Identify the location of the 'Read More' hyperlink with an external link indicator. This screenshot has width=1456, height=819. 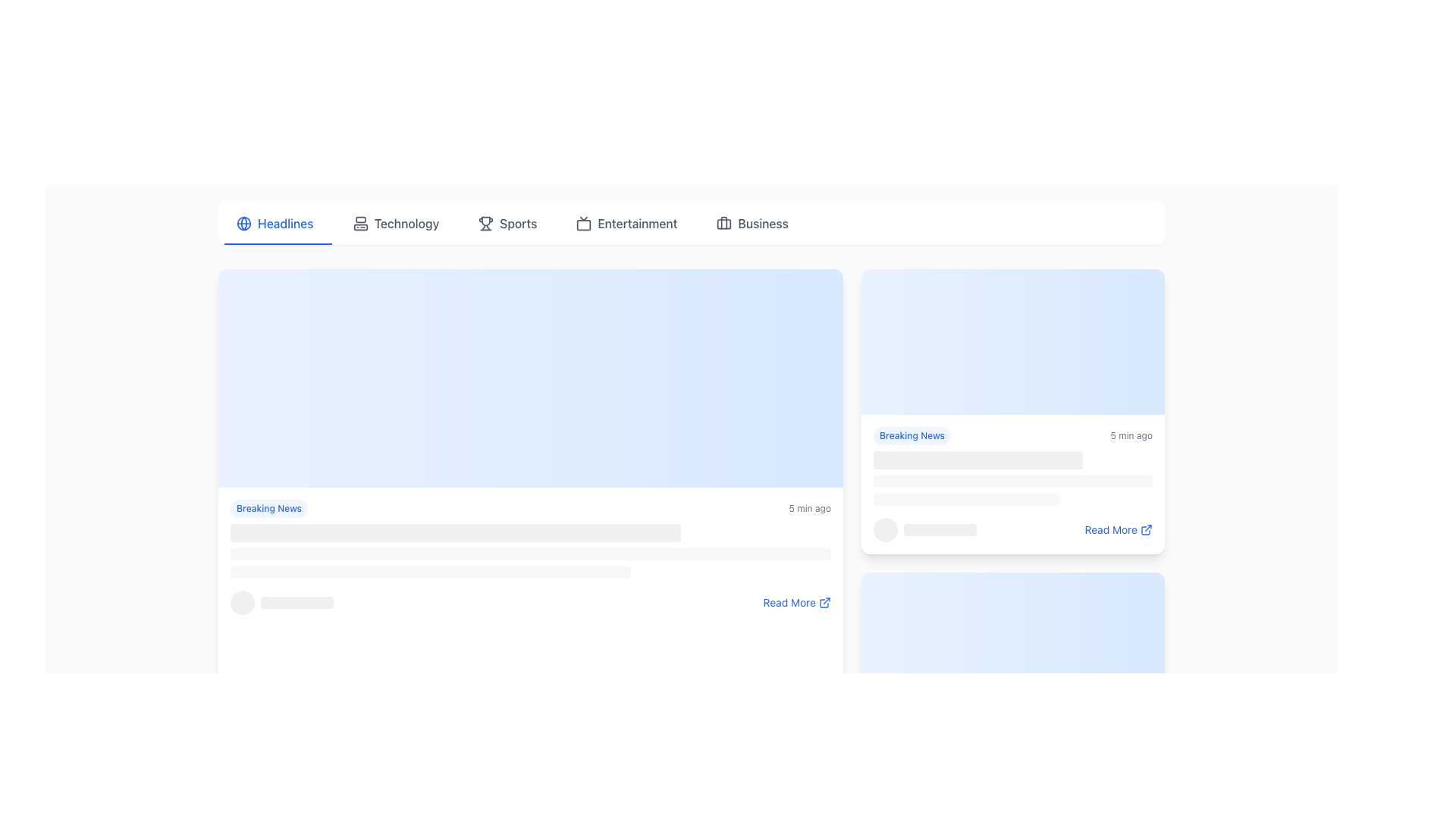
(796, 601).